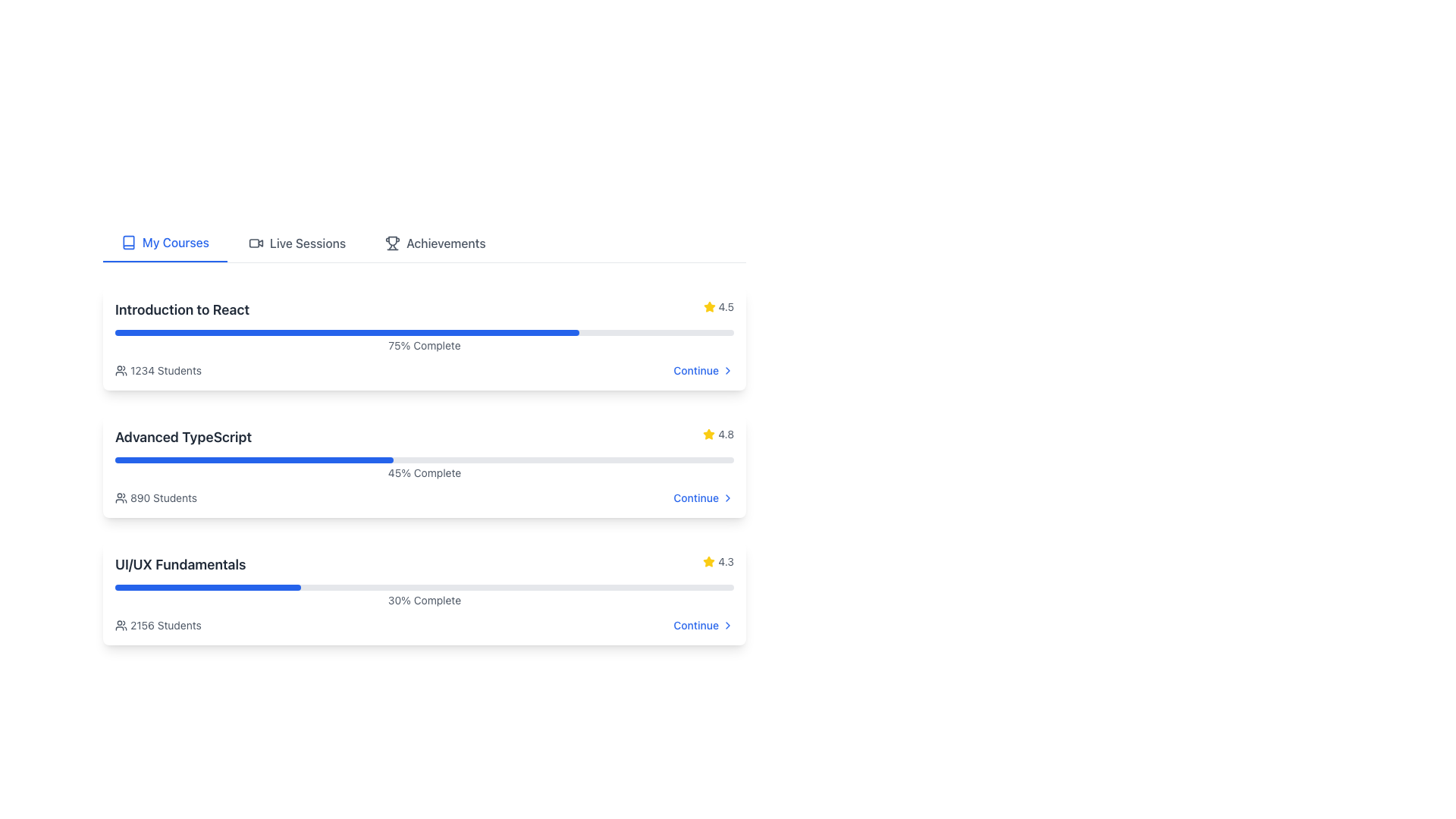 This screenshot has width=1456, height=819. What do you see at coordinates (445, 242) in the screenshot?
I see `the 'Achievements' text label in the navigation bar, which is located to the right of the 'Live Sessions' label and adjacent to a trophy icon` at bounding box center [445, 242].